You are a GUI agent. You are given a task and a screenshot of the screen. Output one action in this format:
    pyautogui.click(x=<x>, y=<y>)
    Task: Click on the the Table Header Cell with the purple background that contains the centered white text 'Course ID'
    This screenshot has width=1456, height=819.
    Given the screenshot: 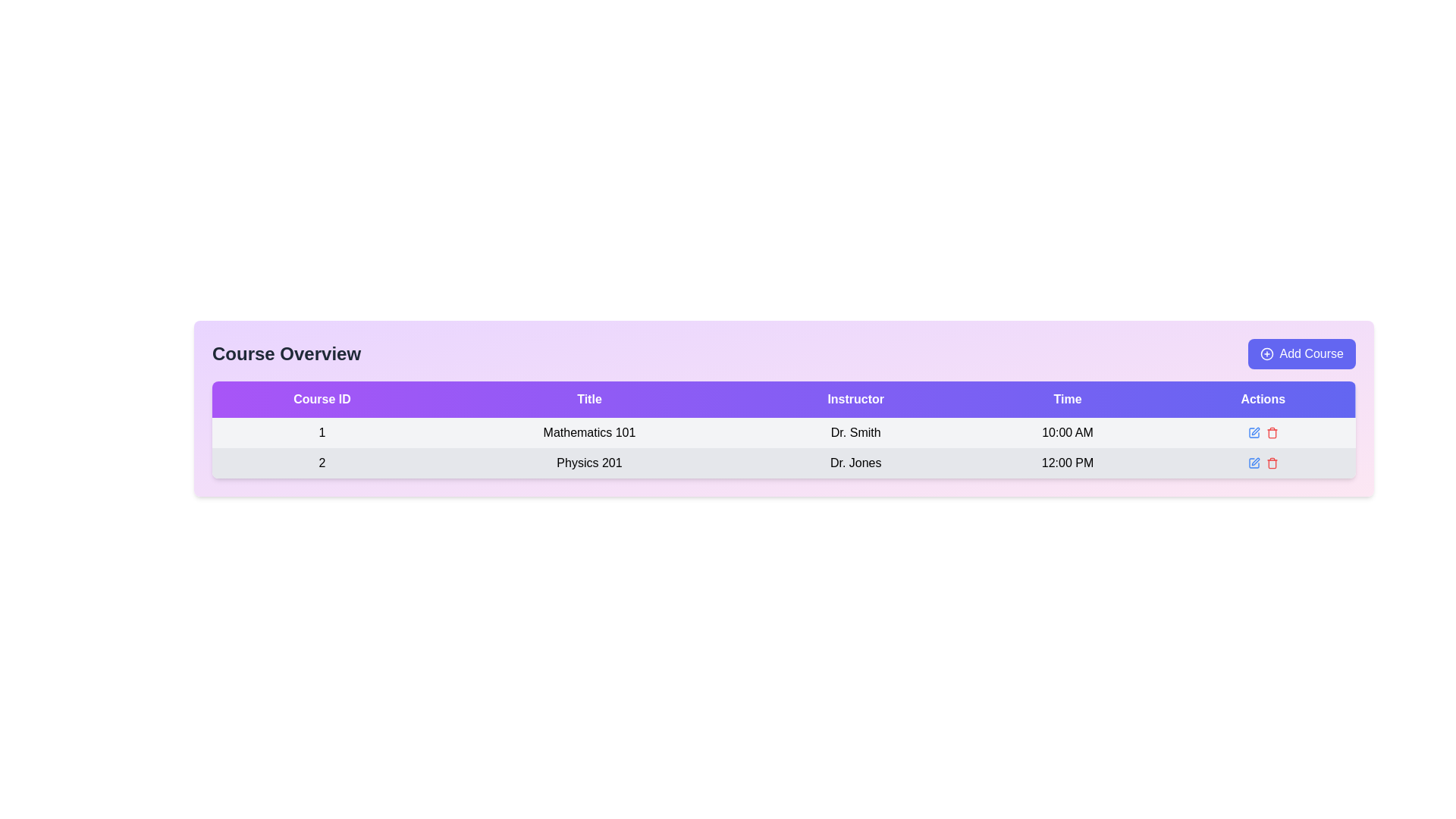 What is the action you would take?
    pyautogui.click(x=322, y=399)
    